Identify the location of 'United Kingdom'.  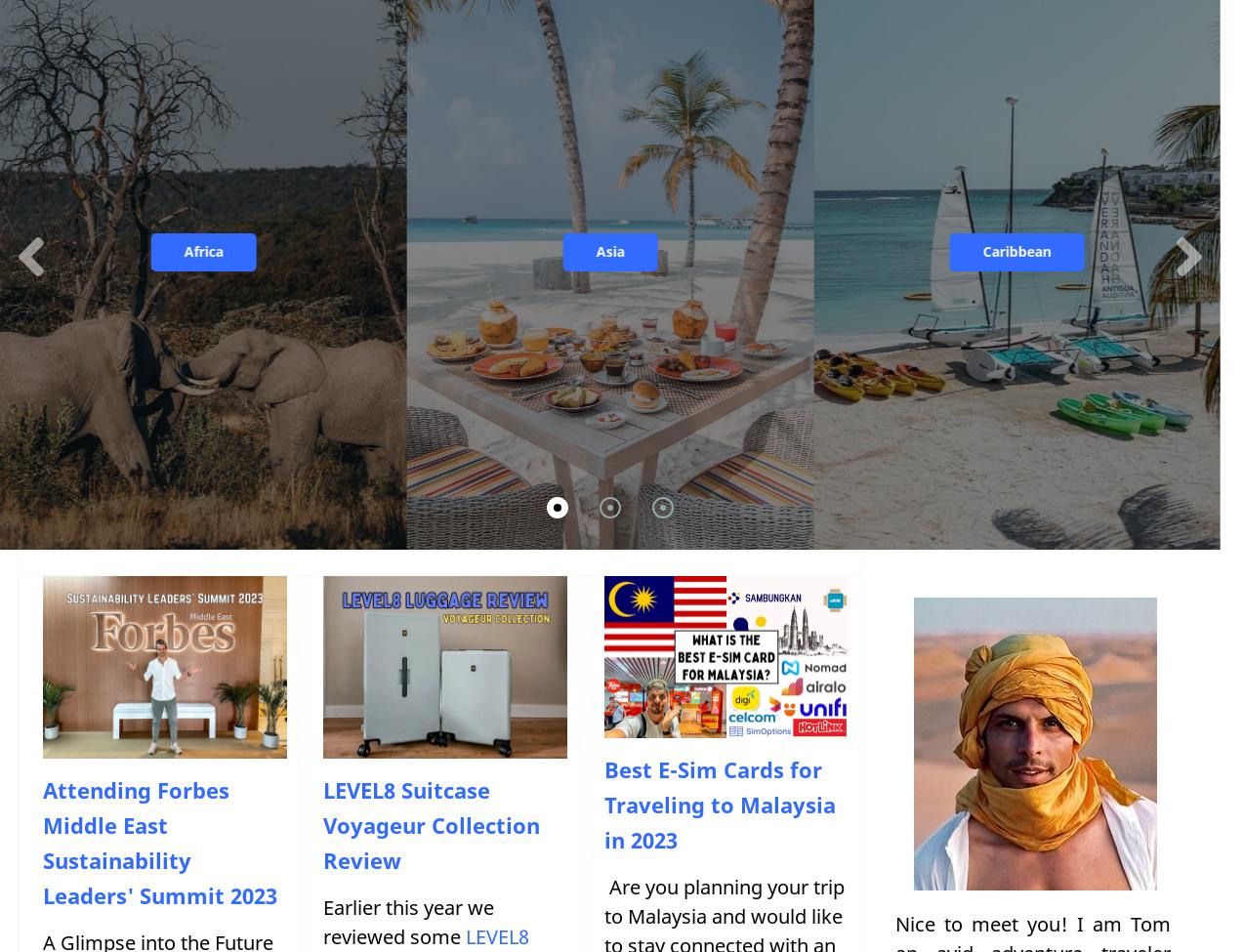
(557, 559).